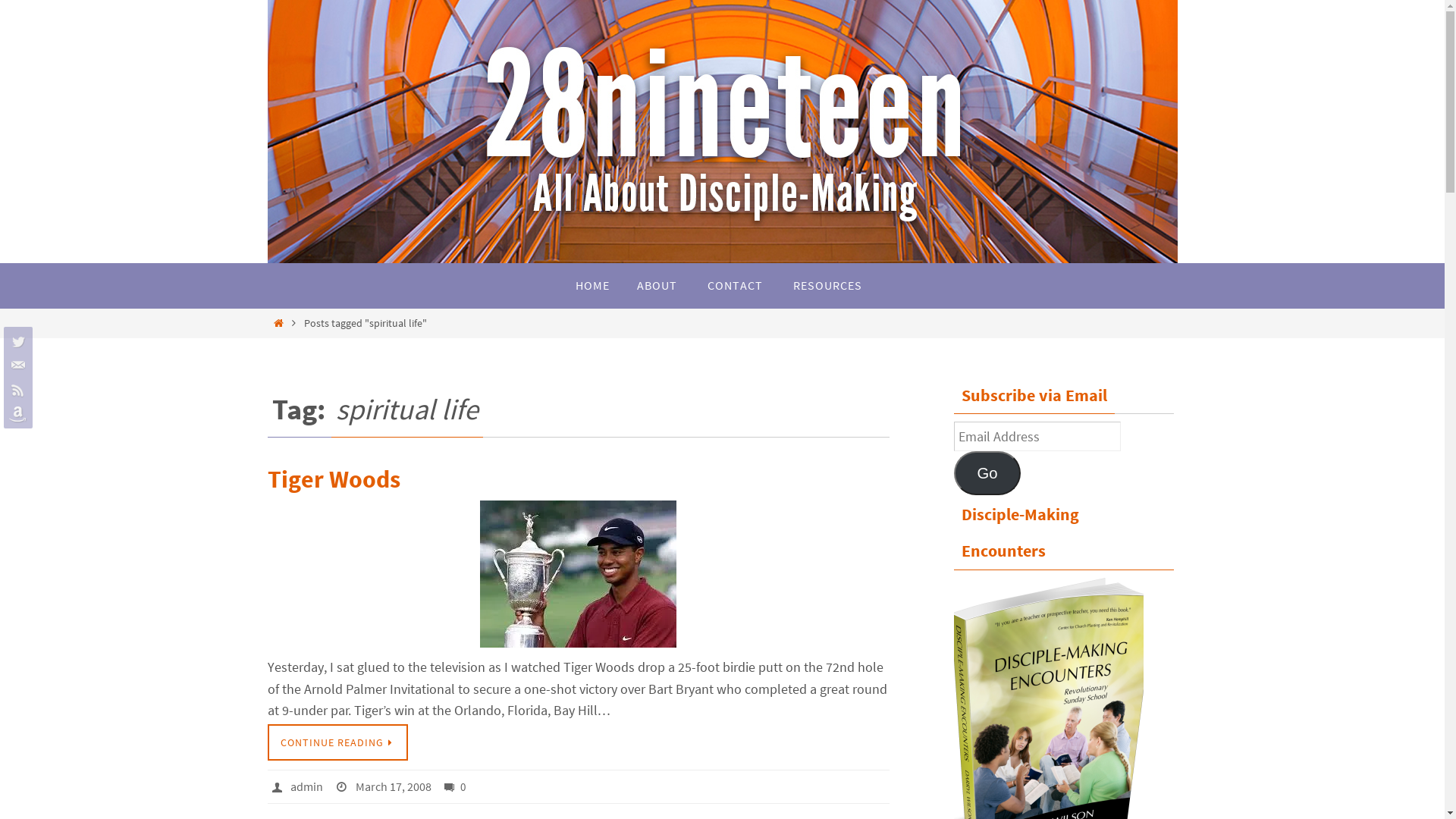  Describe the element at coordinates (279, 786) in the screenshot. I see `'Author '` at that location.